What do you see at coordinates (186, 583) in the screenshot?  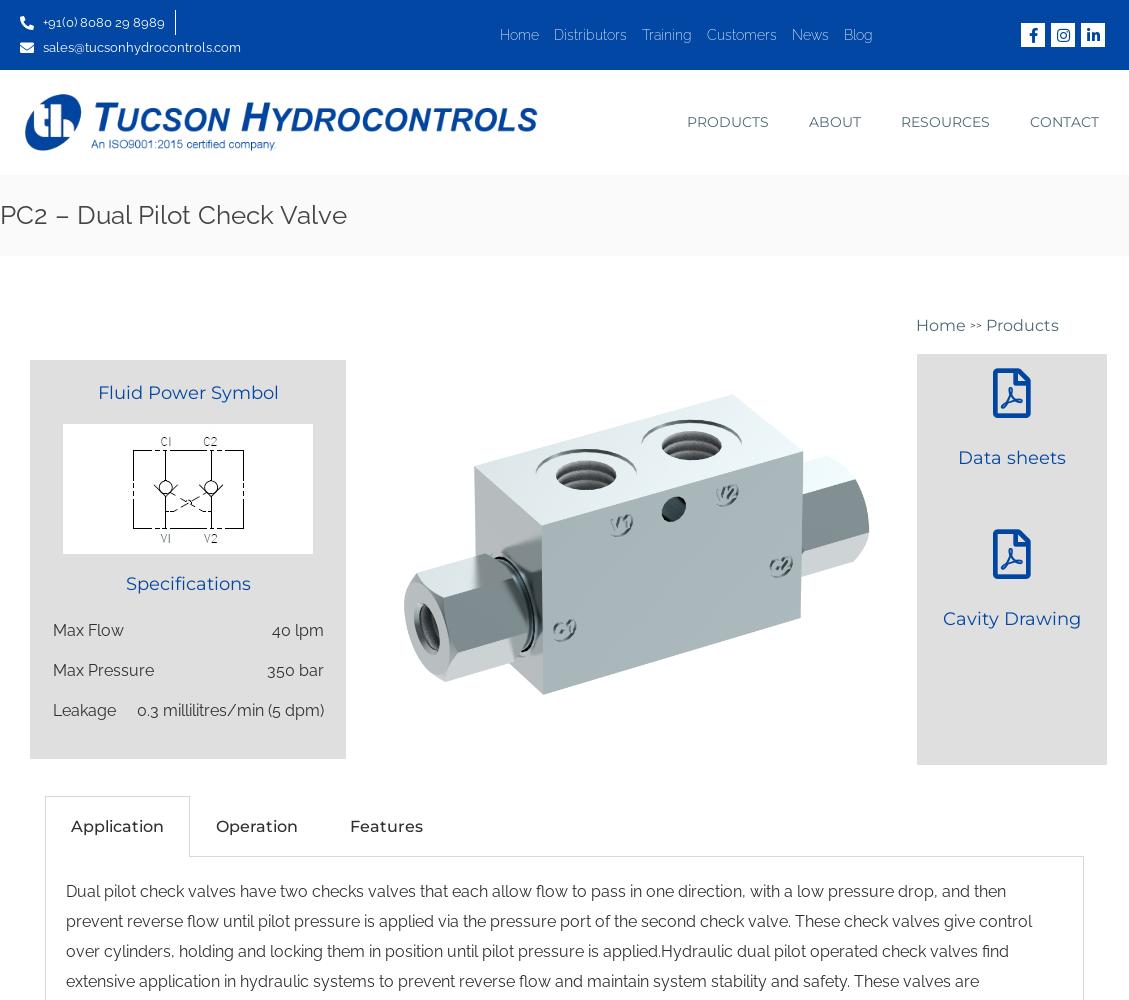 I see `'Specifications'` at bounding box center [186, 583].